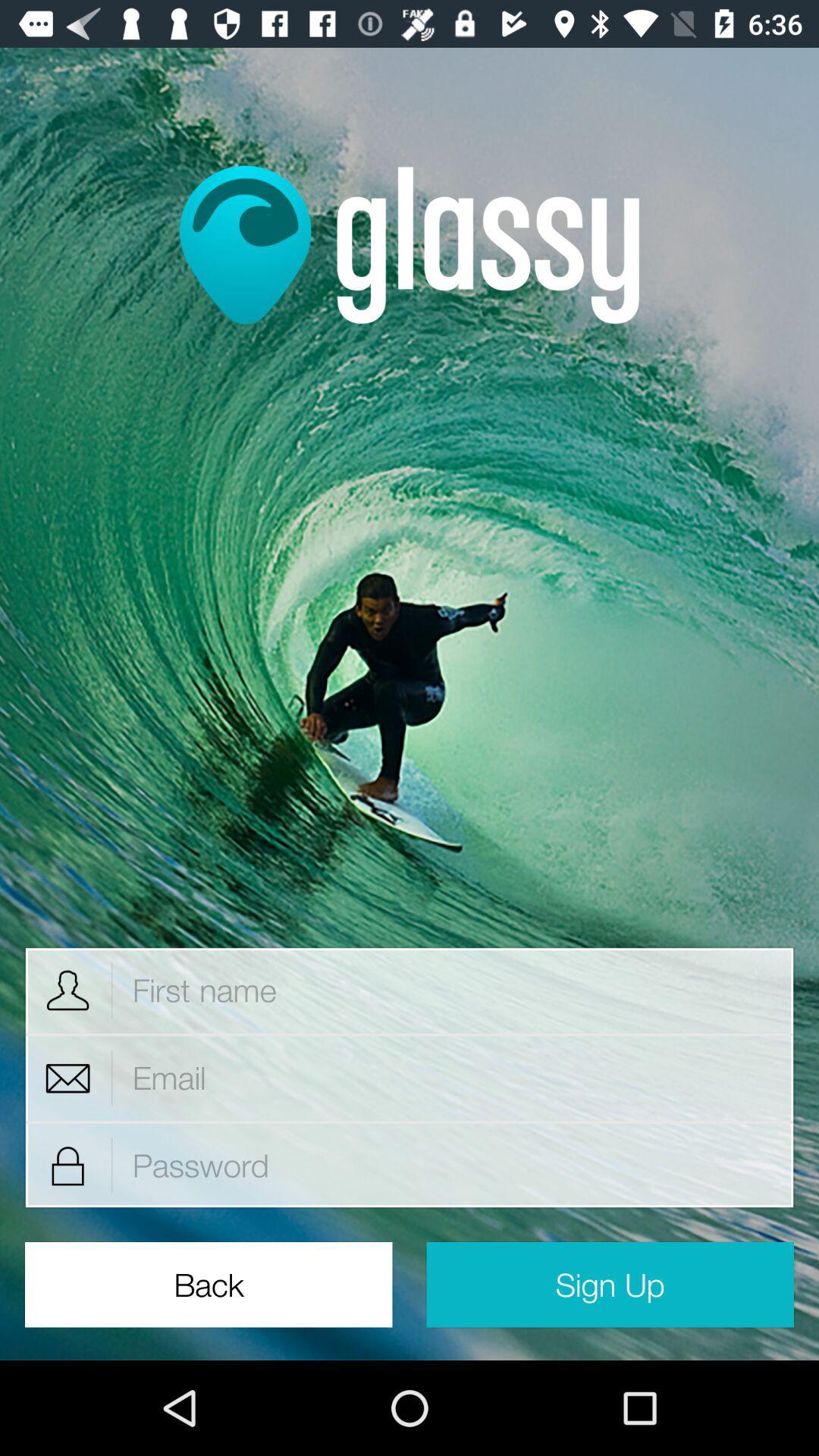  What do you see at coordinates (453, 1077) in the screenshot?
I see `email` at bounding box center [453, 1077].